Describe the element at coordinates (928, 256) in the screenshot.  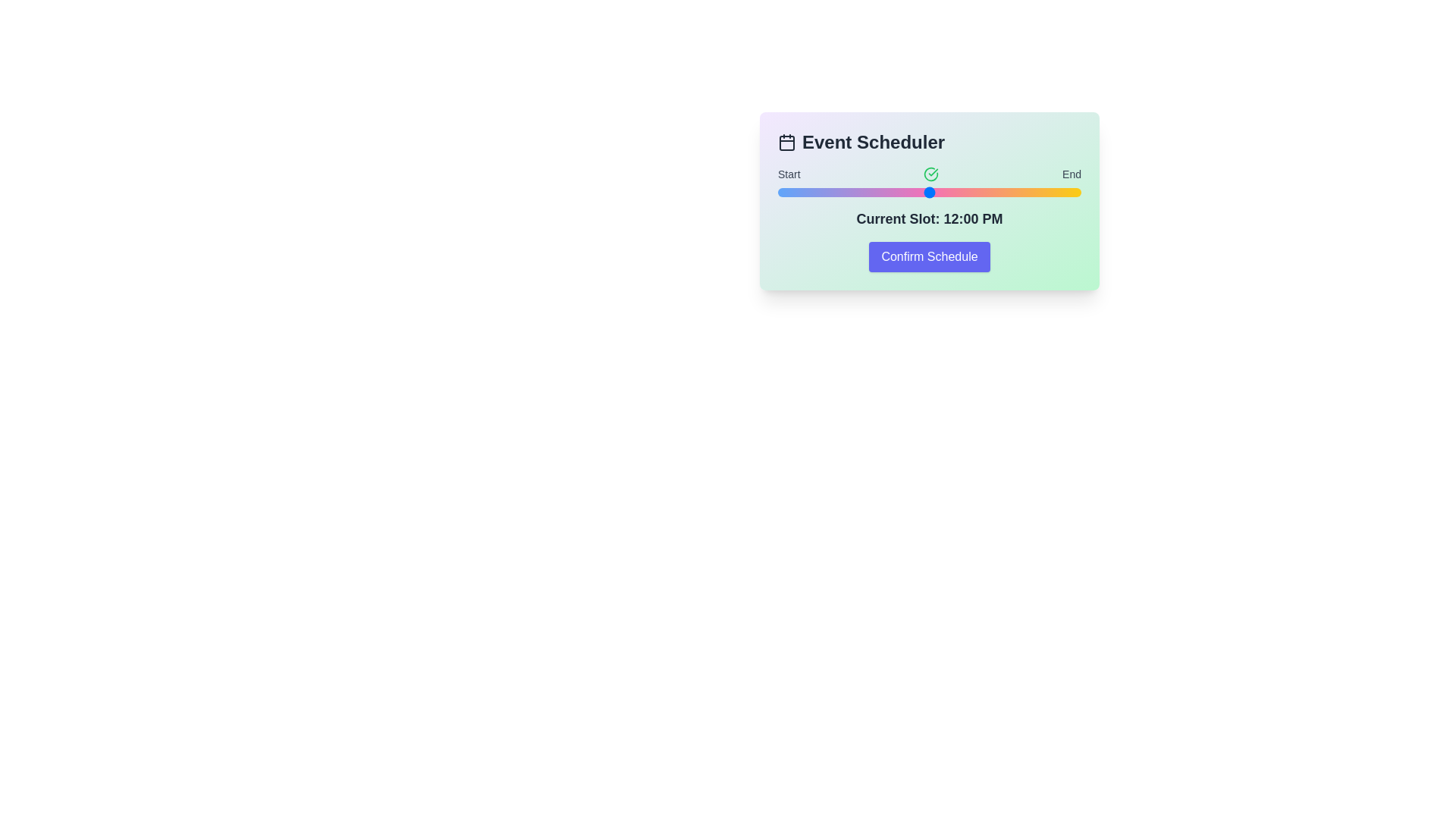
I see `the 'Confirm Schedule' button` at that location.